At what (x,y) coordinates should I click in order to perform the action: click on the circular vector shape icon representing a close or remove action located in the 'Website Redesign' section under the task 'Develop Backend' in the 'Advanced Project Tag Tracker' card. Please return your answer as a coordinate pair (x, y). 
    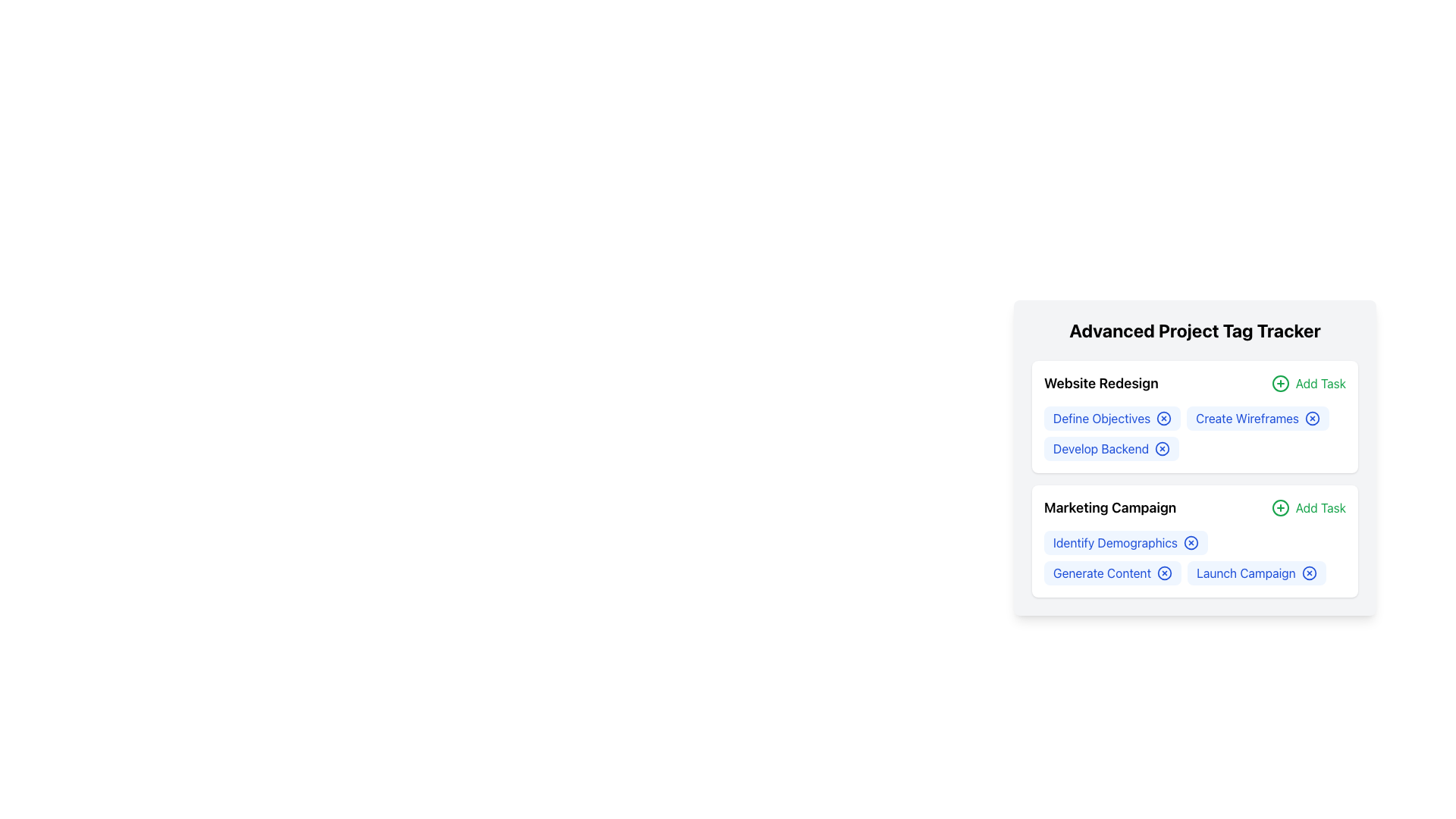
    Looking at the image, I should click on (1162, 447).